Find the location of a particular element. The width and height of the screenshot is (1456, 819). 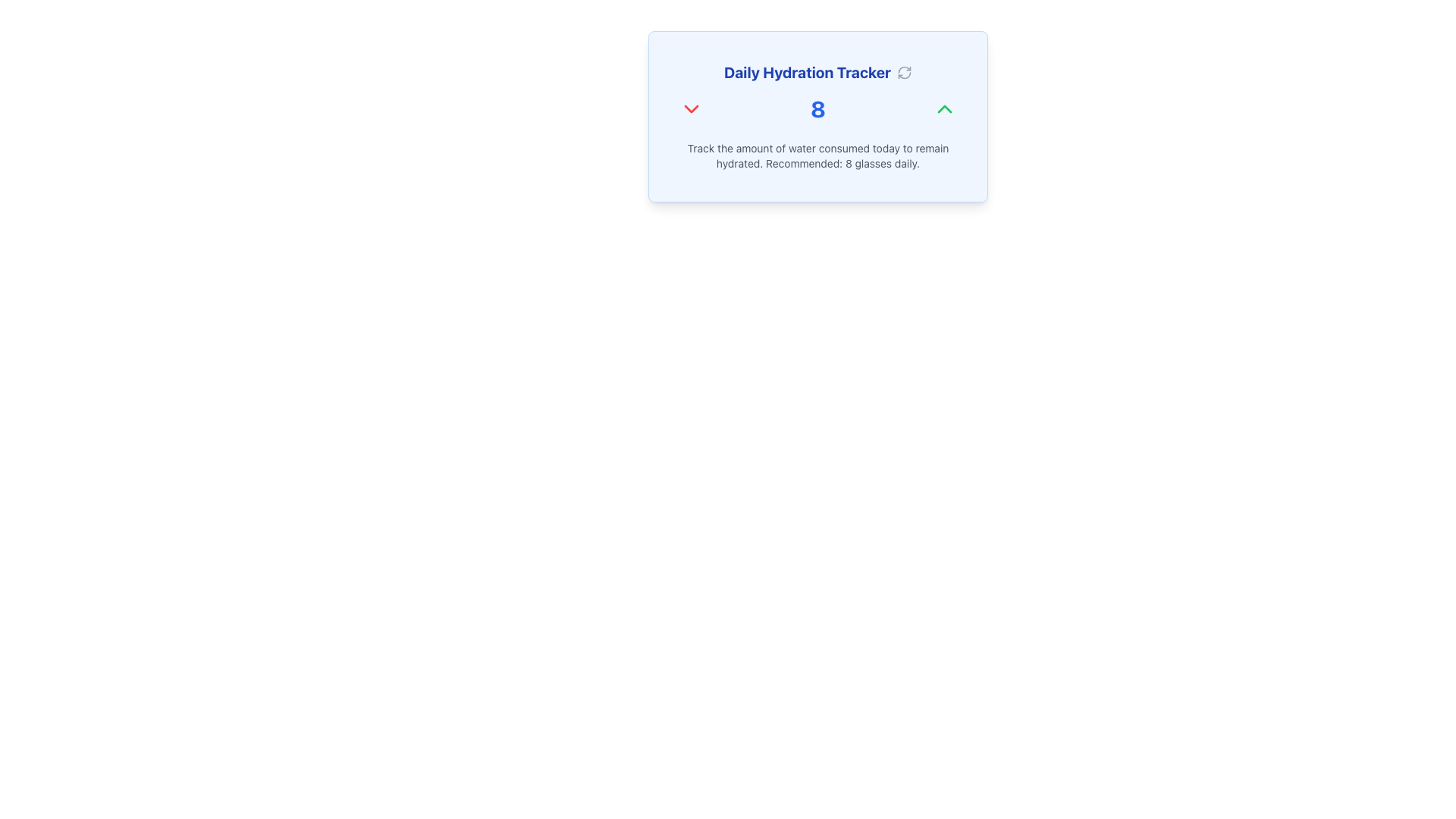

the refresh icon, which is a circular arrow shape located near the header text 'Daily Hydration Tracker', to refresh or reload content is located at coordinates (904, 73).